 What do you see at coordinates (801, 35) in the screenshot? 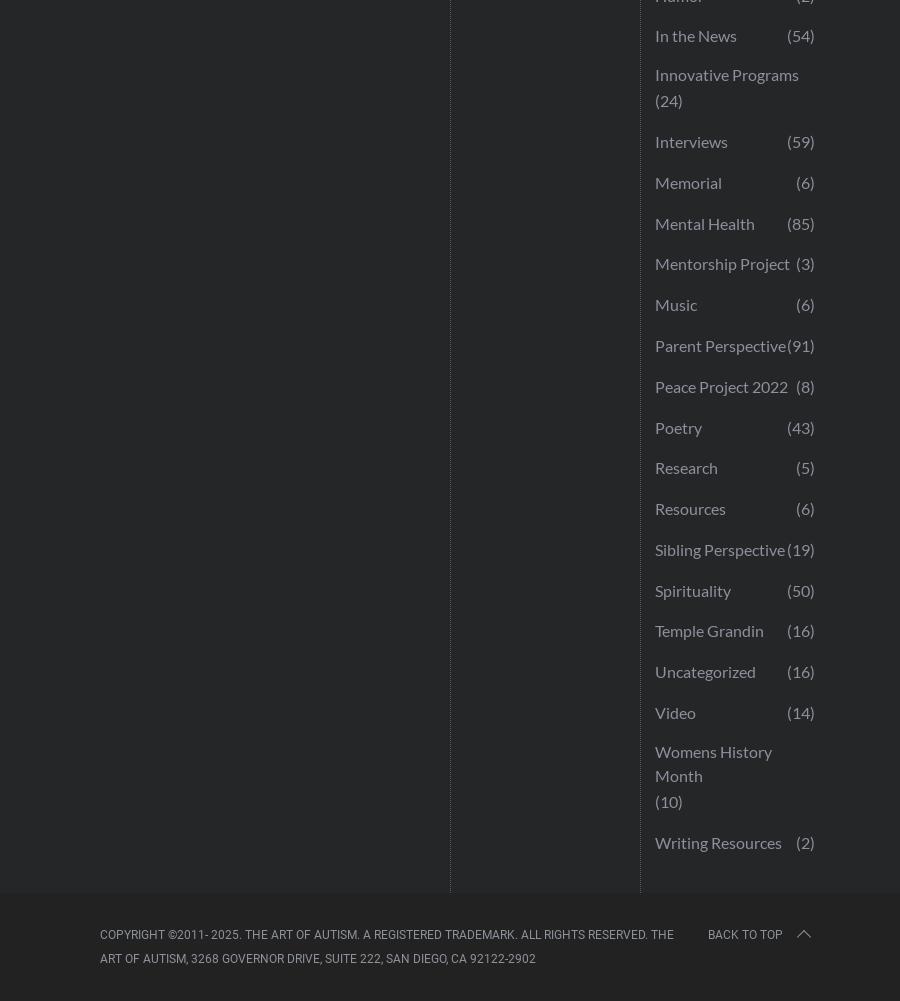
I see `'(54)'` at bounding box center [801, 35].